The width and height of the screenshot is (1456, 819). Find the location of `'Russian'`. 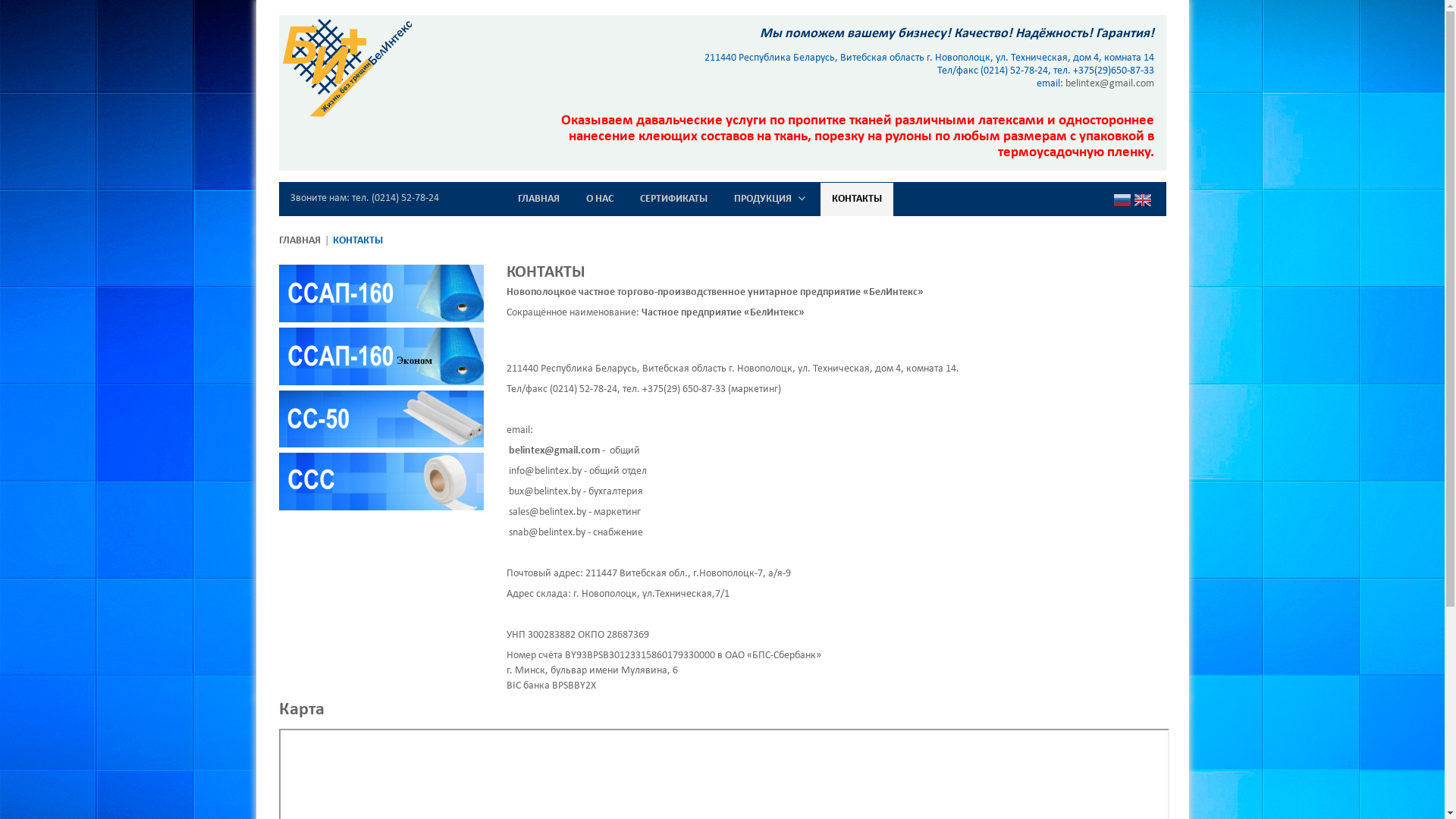

'Russian' is located at coordinates (1122, 200).